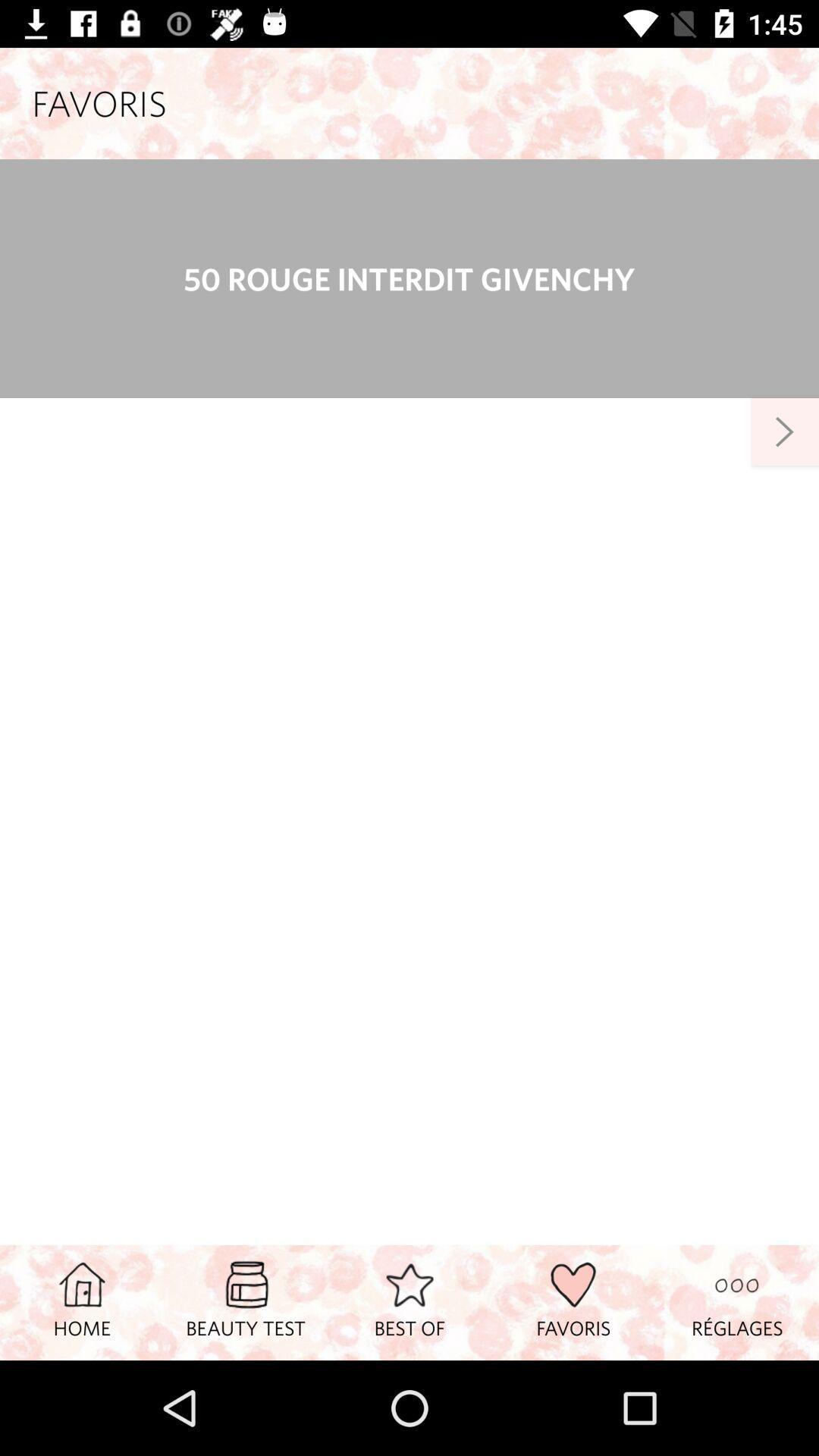  Describe the element at coordinates (736, 1301) in the screenshot. I see `item to the right of the favoris item` at that location.